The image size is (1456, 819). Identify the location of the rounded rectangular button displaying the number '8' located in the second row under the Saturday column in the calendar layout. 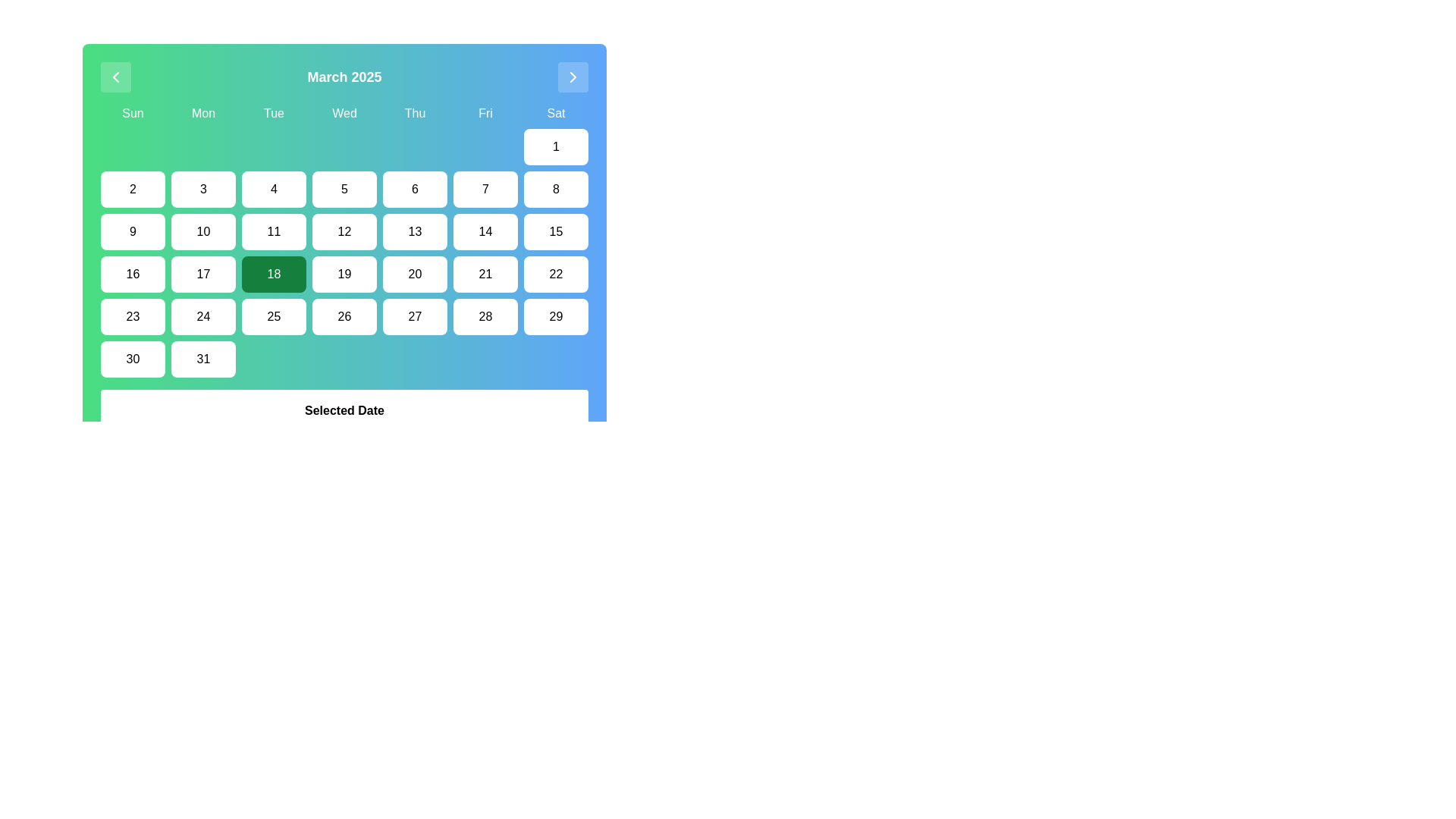
(555, 189).